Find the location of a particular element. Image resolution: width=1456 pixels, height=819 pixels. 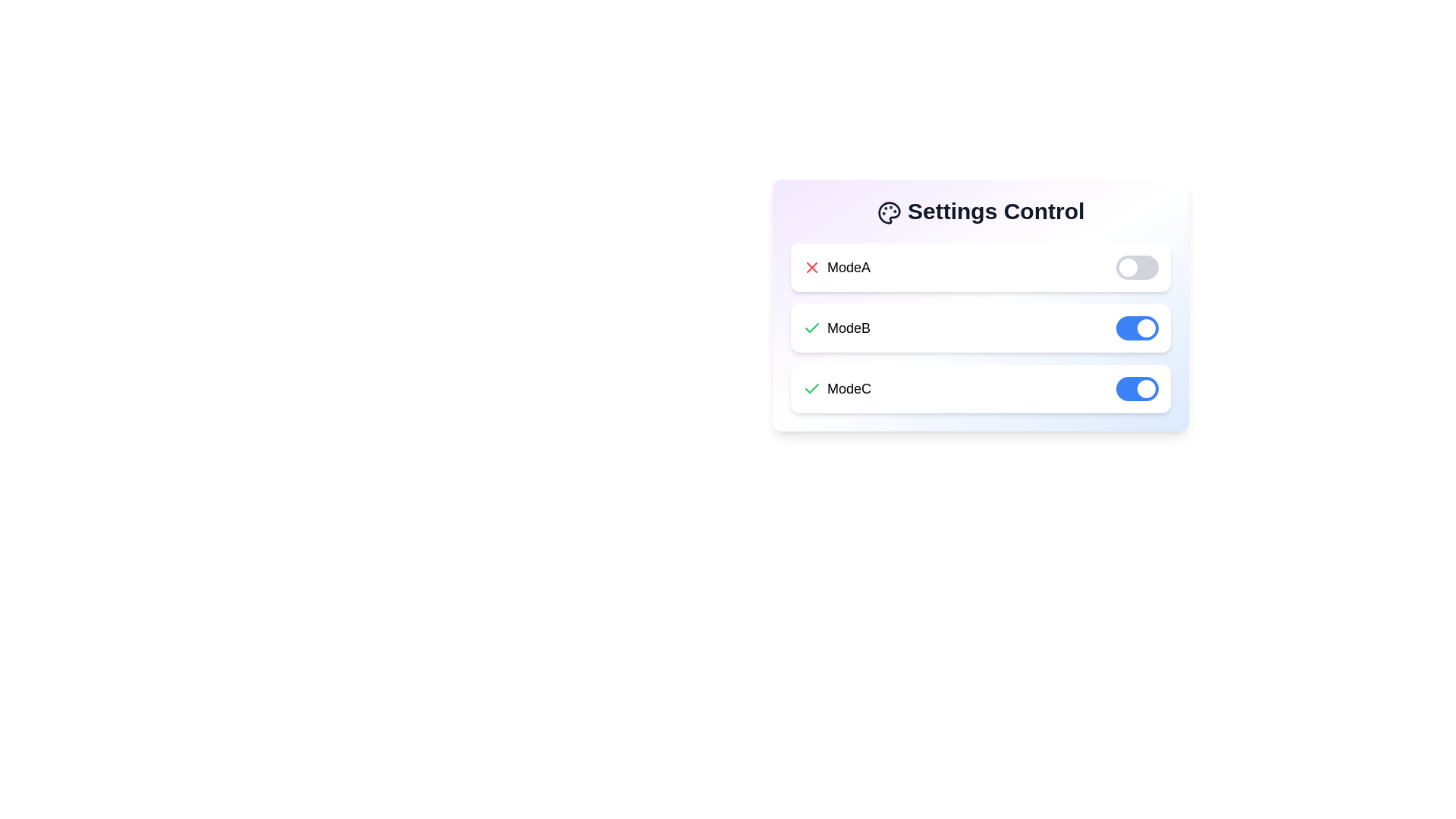

the toggle switch for 'ModeC' in the settings panel is located at coordinates (1137, 388).